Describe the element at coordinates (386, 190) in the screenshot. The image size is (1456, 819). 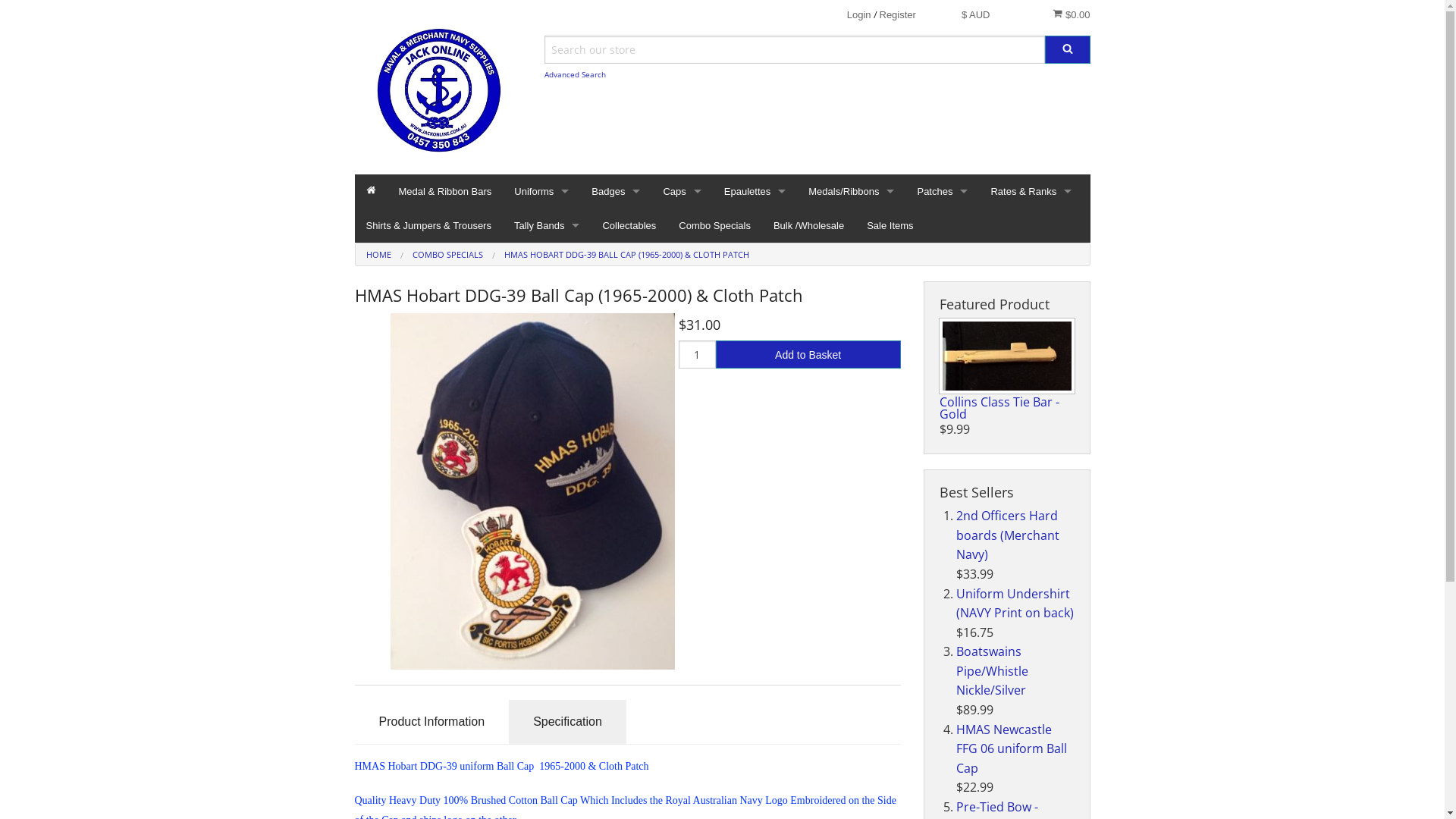
I see `'Medal & Ribbon Bars'` at that location.